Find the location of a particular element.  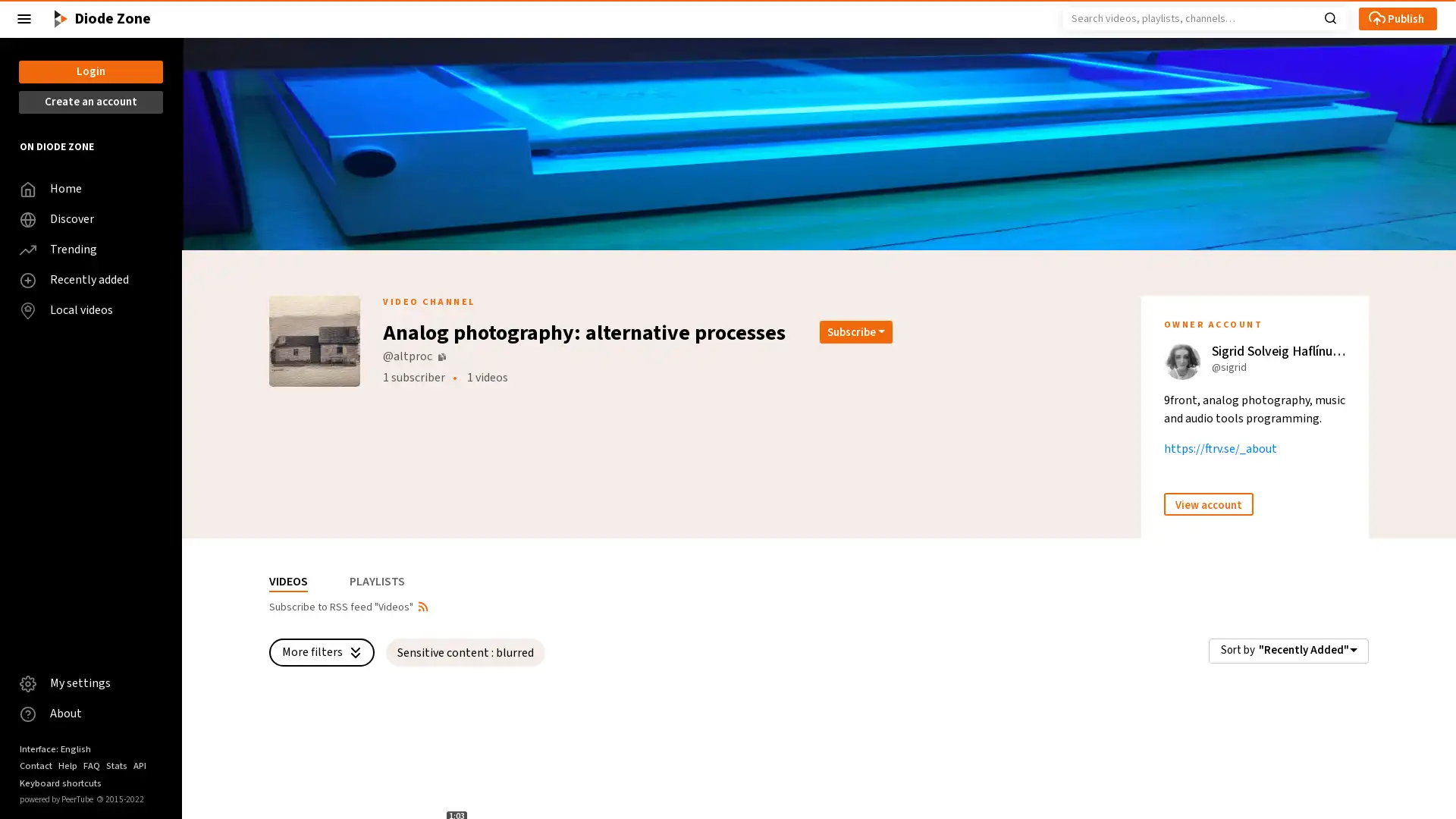

Open subscription dropdown is located at coordinates (855, 330).